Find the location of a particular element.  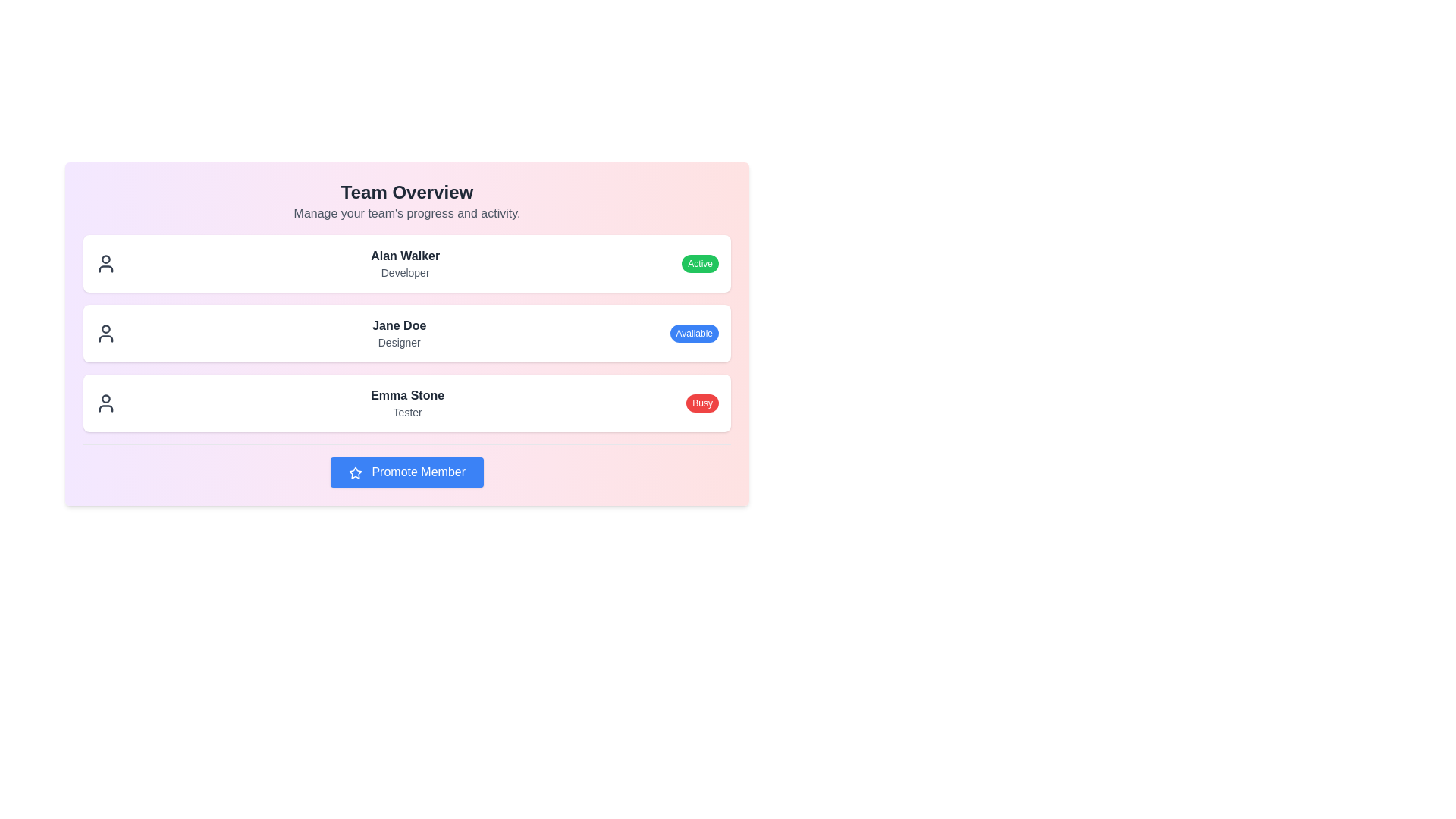

displayed information from the text label showing 'Alan Walker' with the role 'Developer', centrally located in the team member list below the 'Team Overview' title is located at coordinates (405, 262).